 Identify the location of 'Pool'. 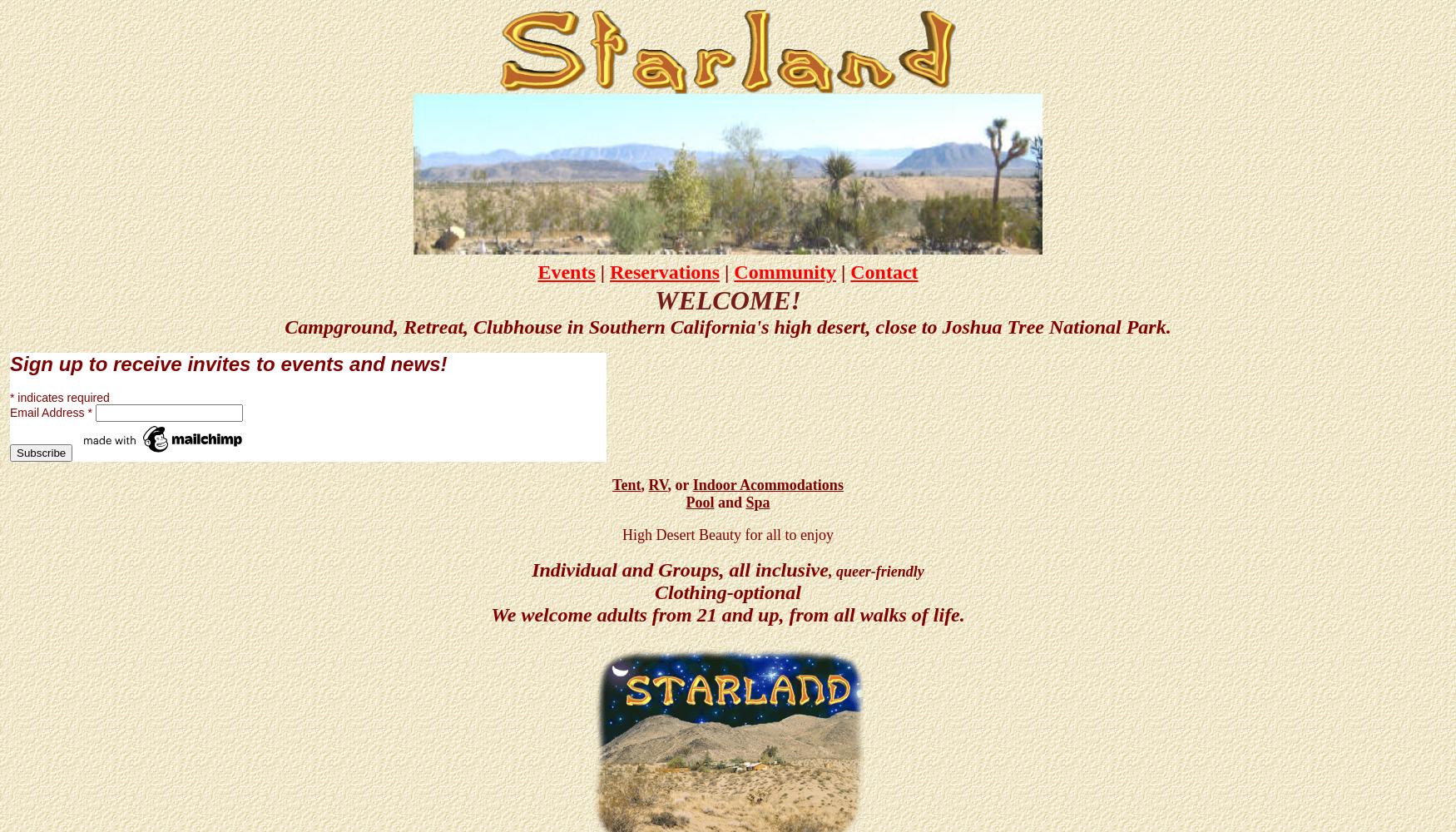
(700, 501).